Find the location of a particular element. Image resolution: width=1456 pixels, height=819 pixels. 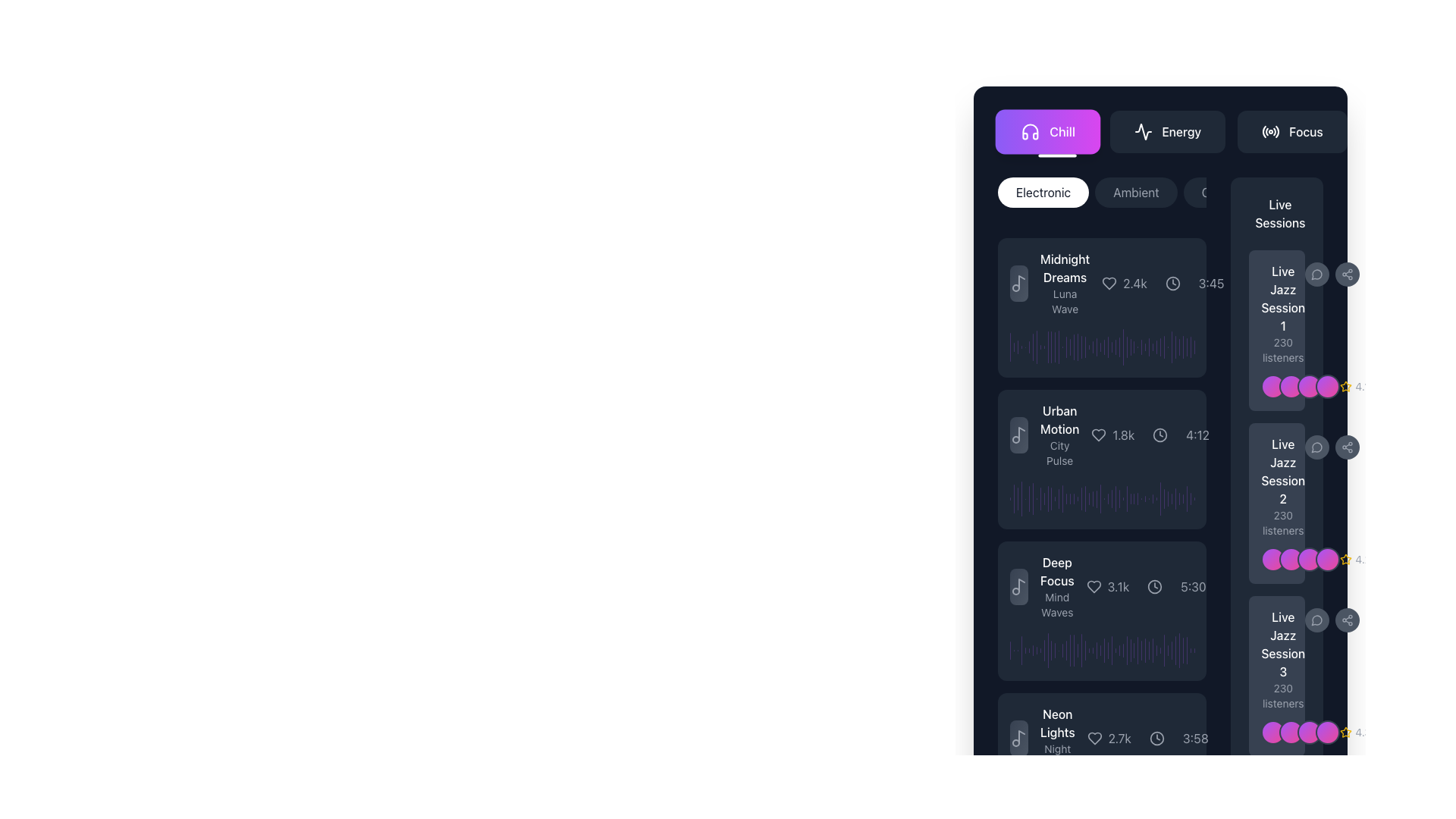

the Static text display showing 'Live Jazz Session 3' with '230 listeners' below it, located on the right side of the UI is located at coordinates (1276, 659).